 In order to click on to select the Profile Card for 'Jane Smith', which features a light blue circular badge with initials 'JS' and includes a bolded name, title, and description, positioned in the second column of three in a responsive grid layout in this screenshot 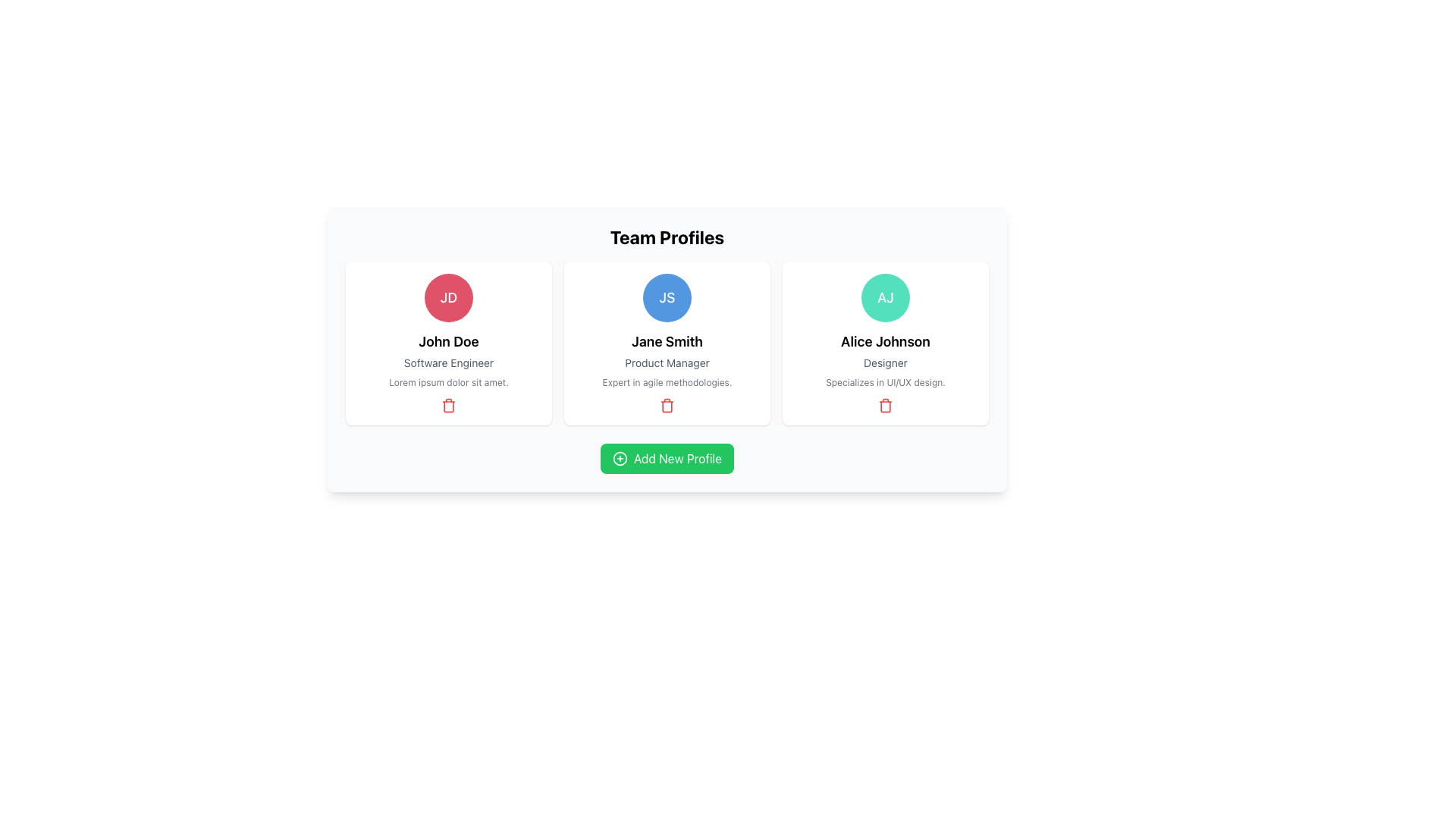, I will do `click(667, 343)`.